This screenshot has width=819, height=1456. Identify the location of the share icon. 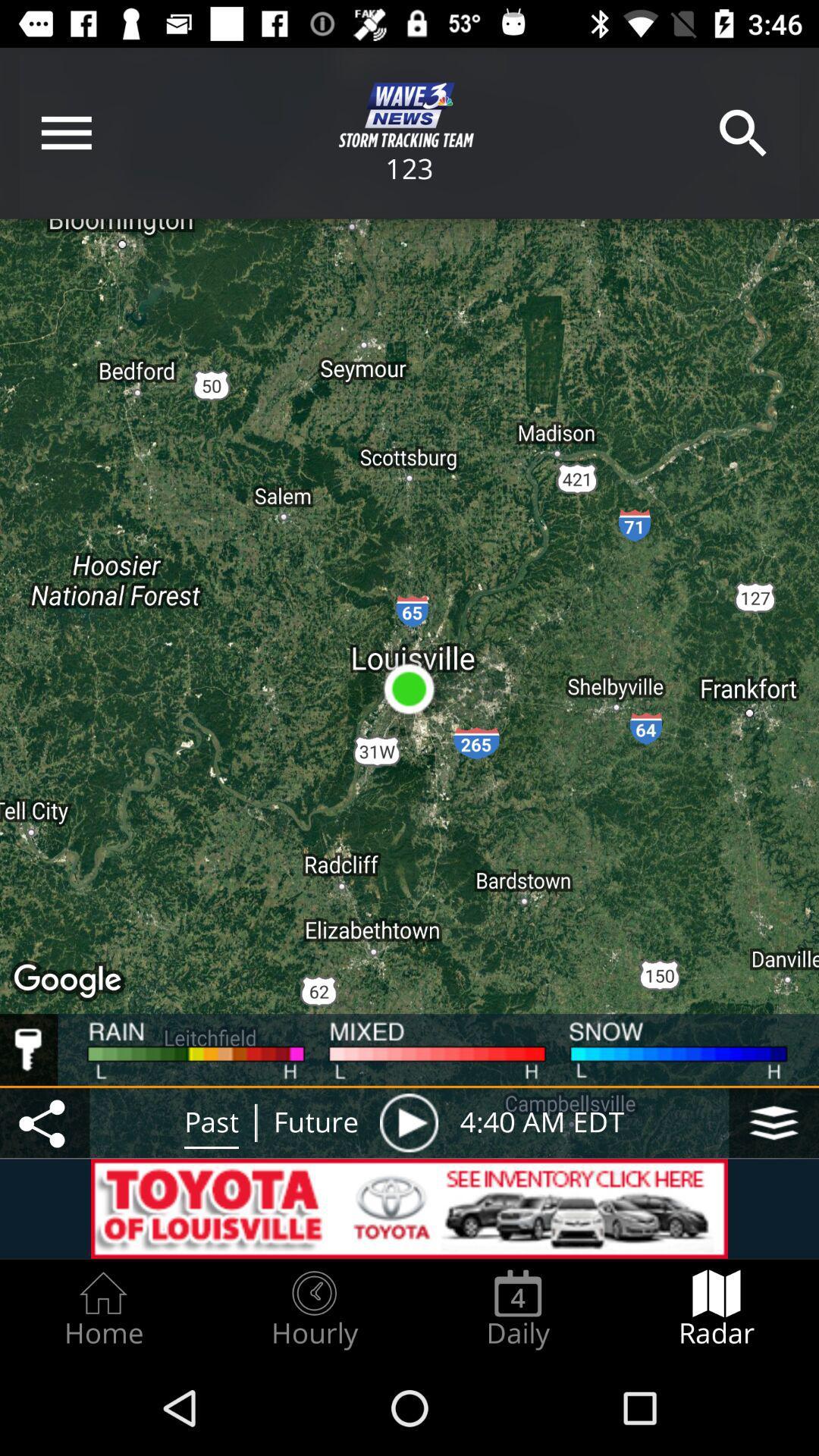
(44, 1122).